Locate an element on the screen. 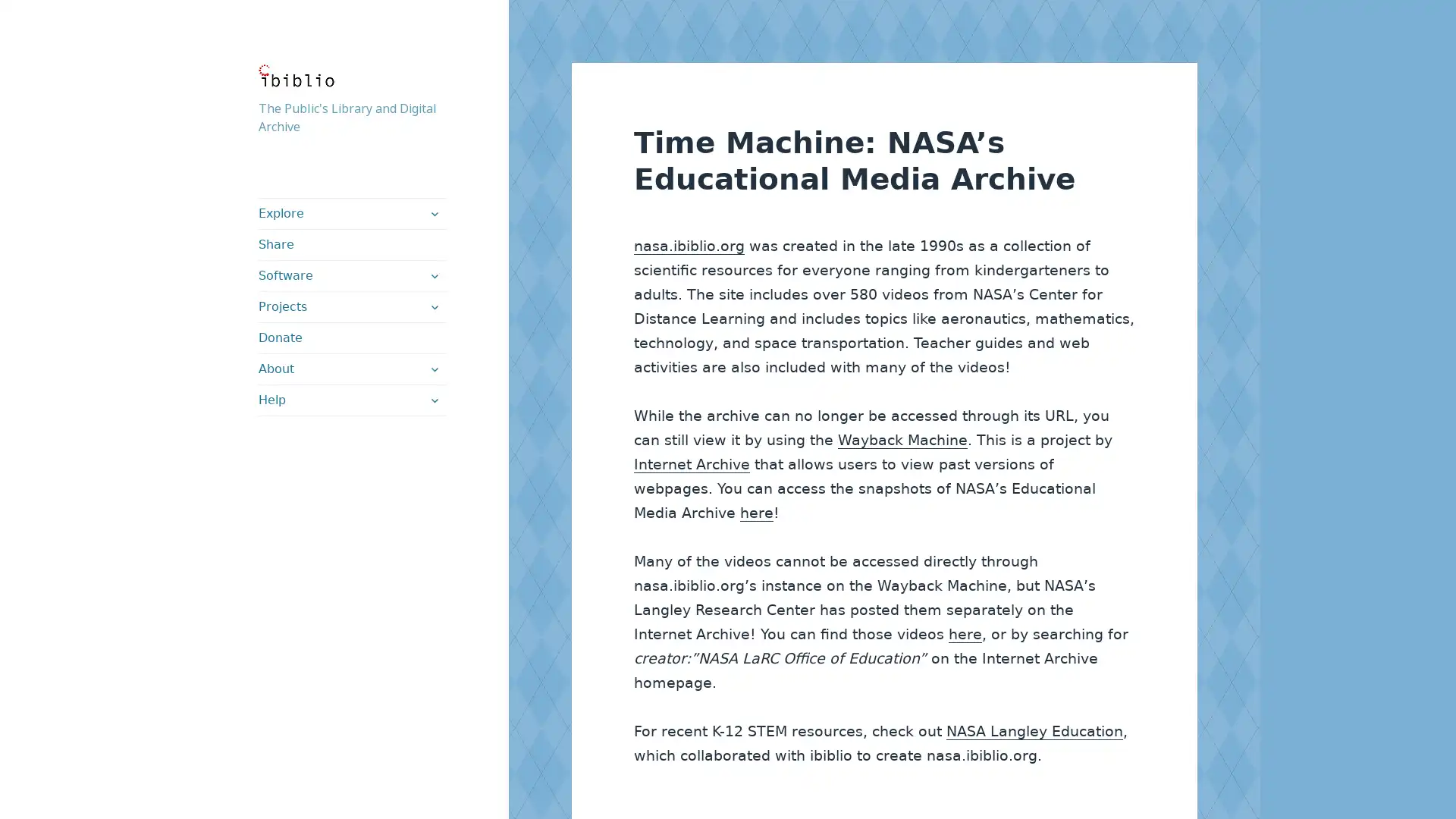  expand child menu is located at coordinates (432, 275).